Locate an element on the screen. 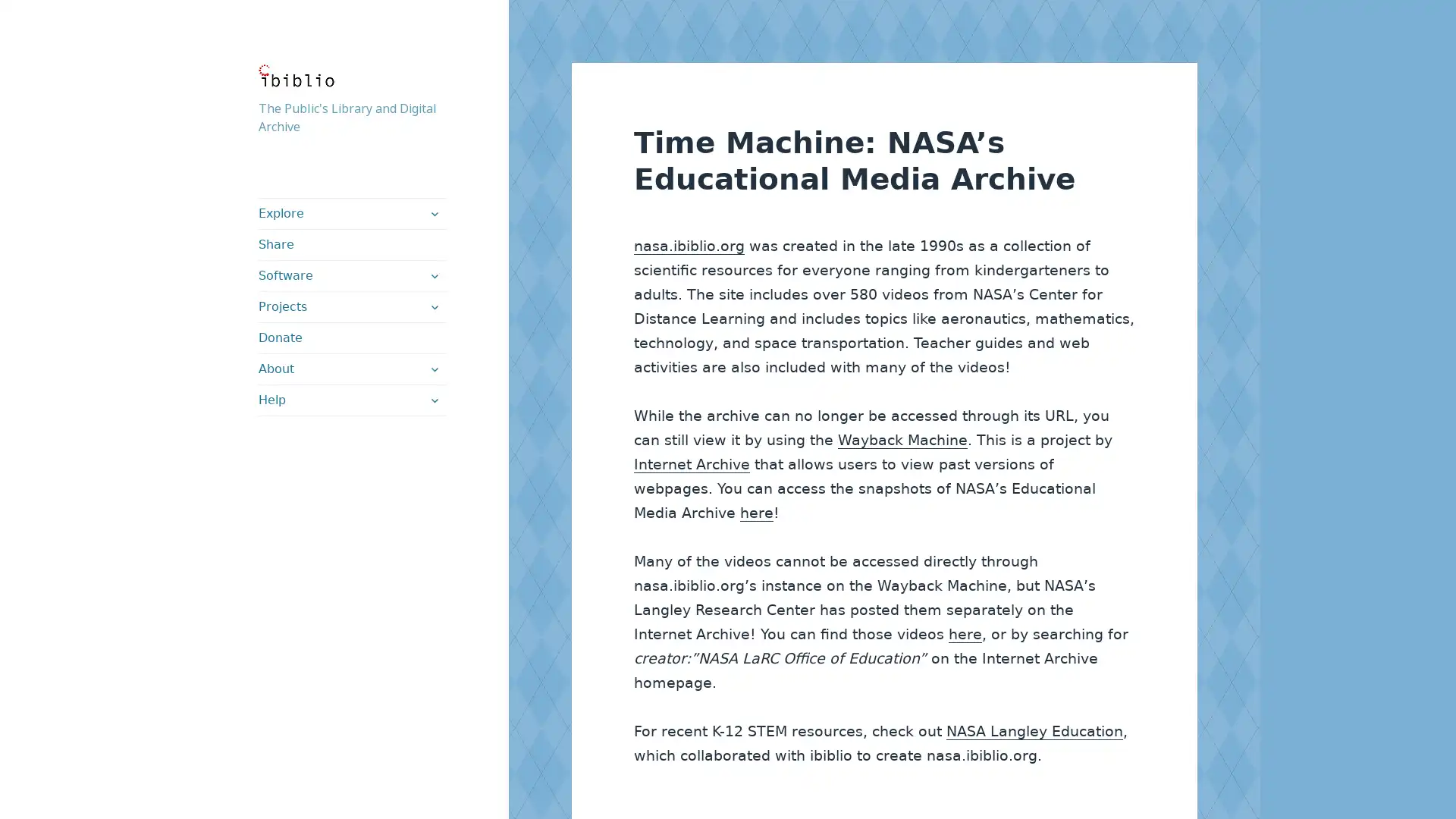  expand child menu is located at coordinates (432, 275).